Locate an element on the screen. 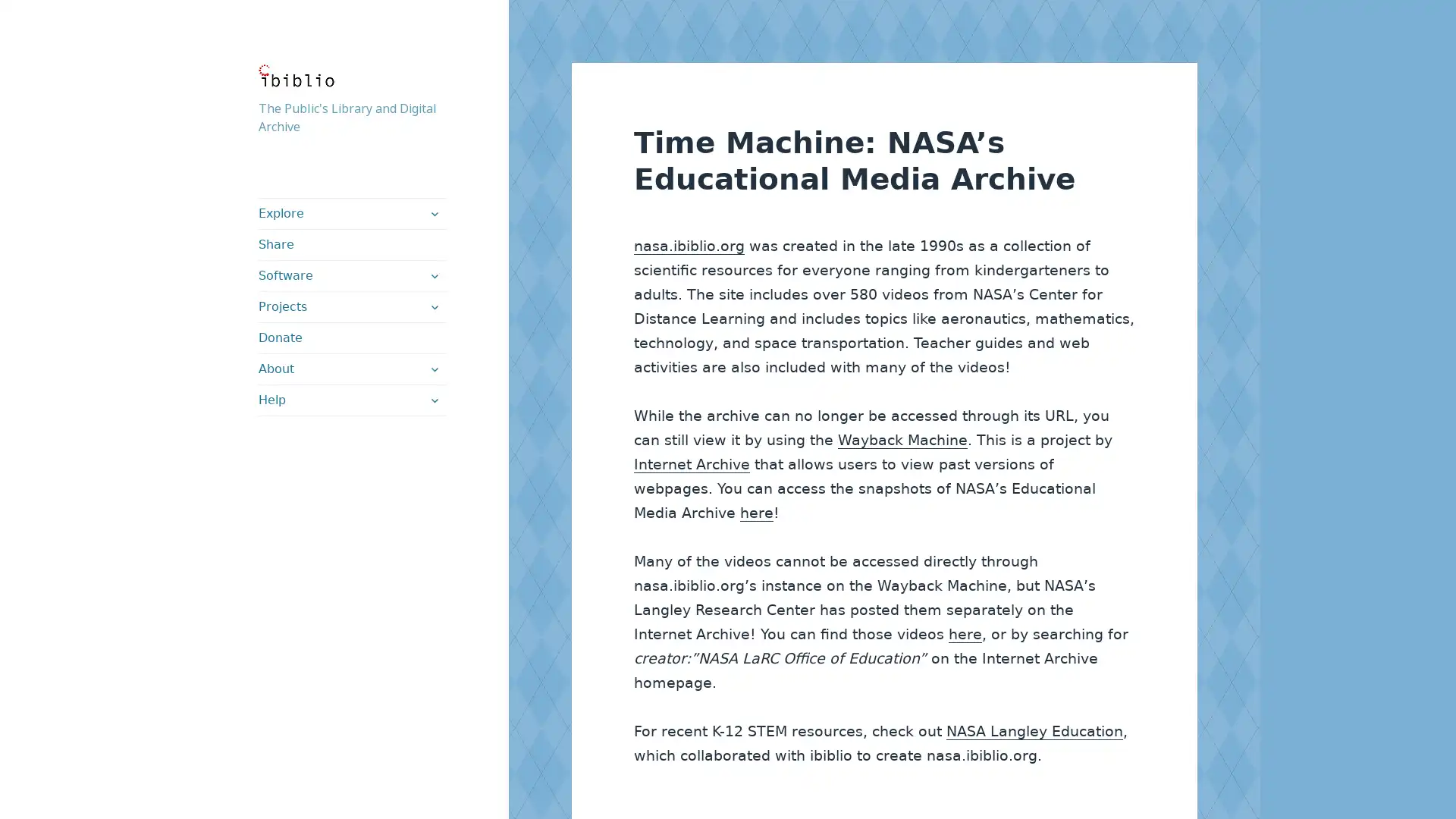  expand child menu is located at coordinates (432, 275).